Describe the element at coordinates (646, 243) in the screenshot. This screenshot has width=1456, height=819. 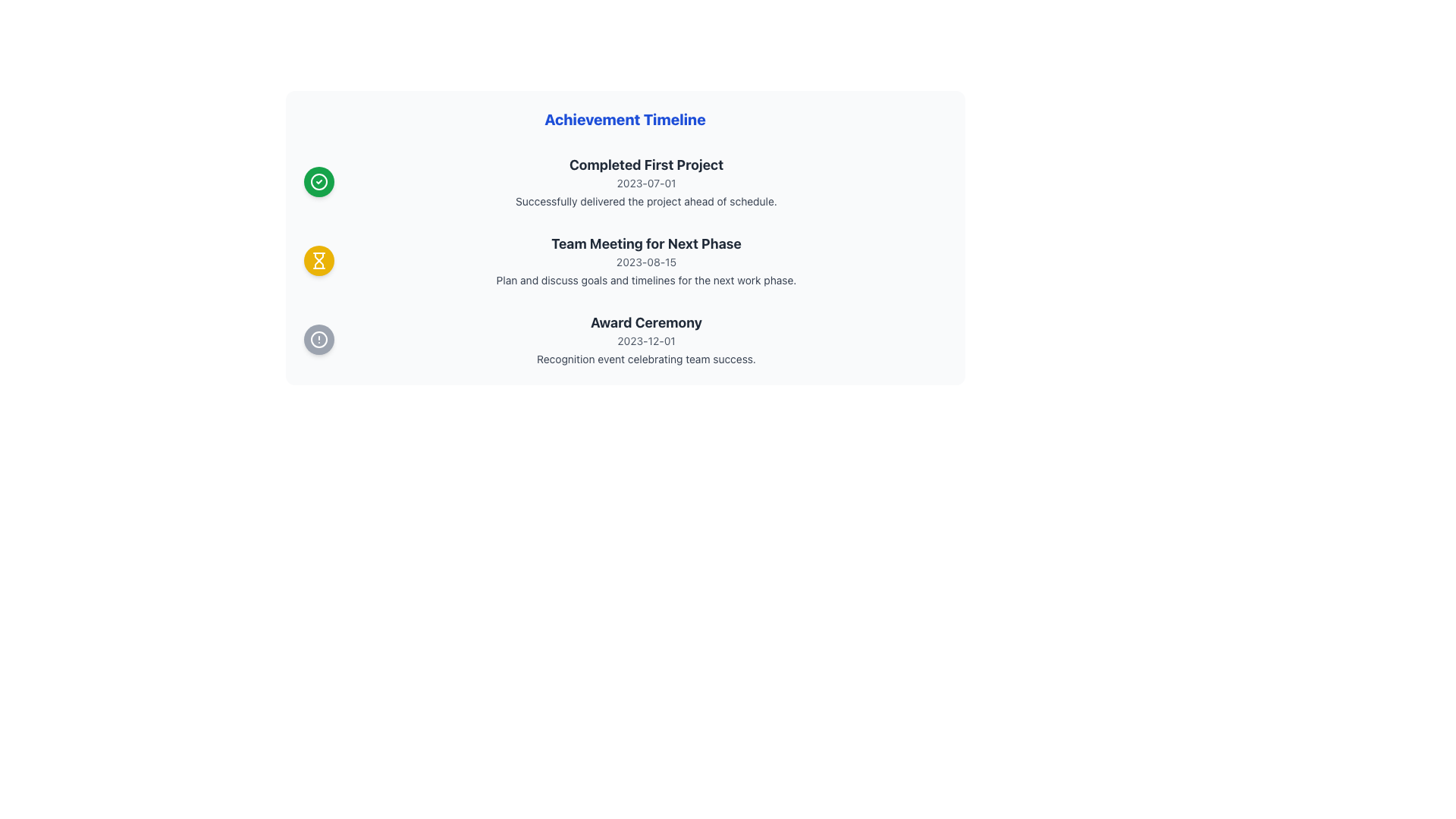
I see `the Text Label displaying 'Team Meeting for Next Phase', which is centrally located above the date '2023-08-15' and below 'Achievement Timeline'` at that location.